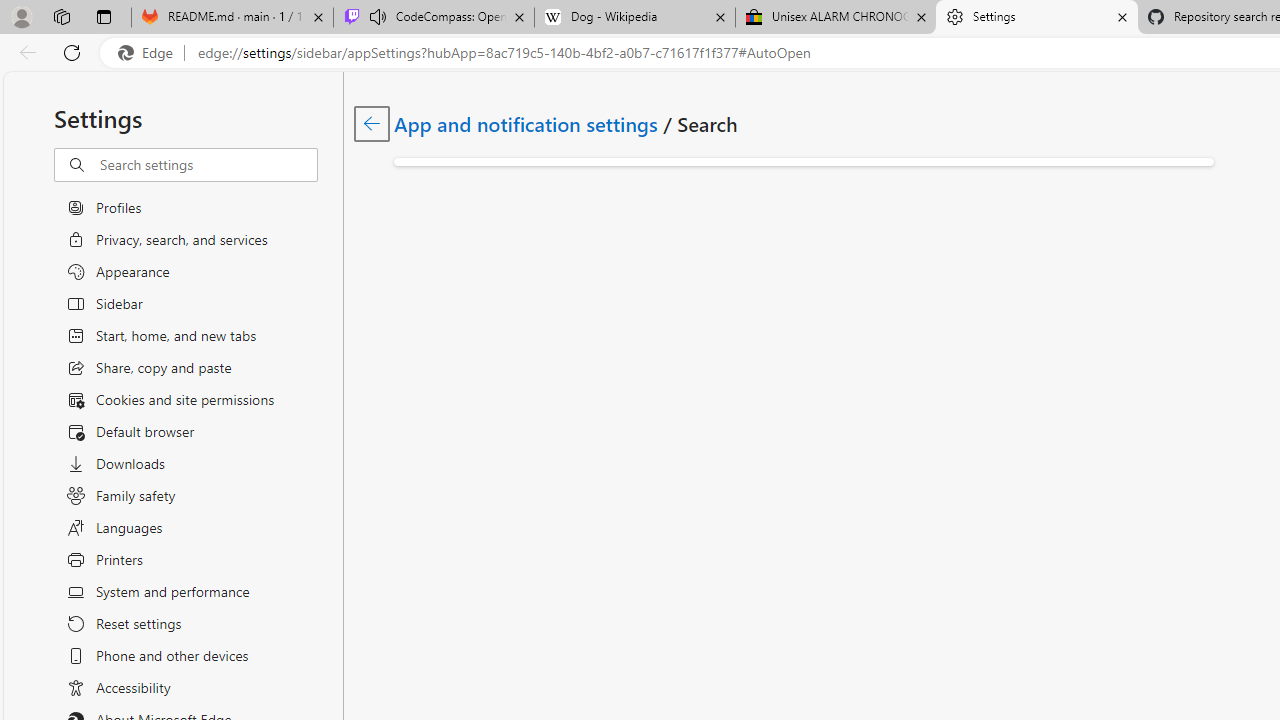  What do you see at coordinates (378, 16) in the screenshot?
I see `'Mute tab'` at bounding box center [378, 16].